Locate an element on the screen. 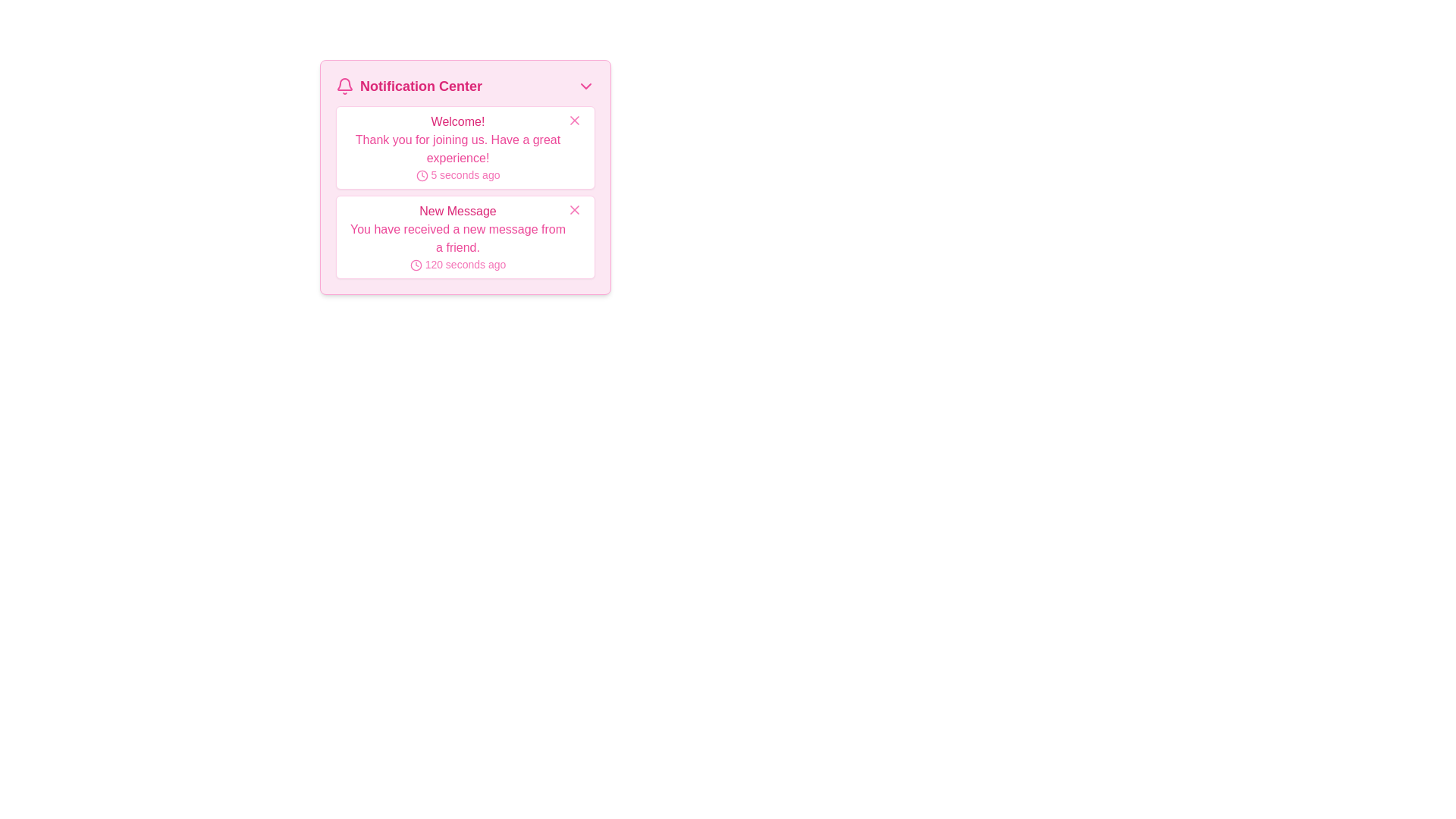 The height and width of the screenshot is (819, 1456). notification message from the second notification card in the Notification Center, which contains the title 'New Message', the content 'You have received a new message from a friend.', and the timestamp '120 seconds ago' is located at coordinates (457, 237).